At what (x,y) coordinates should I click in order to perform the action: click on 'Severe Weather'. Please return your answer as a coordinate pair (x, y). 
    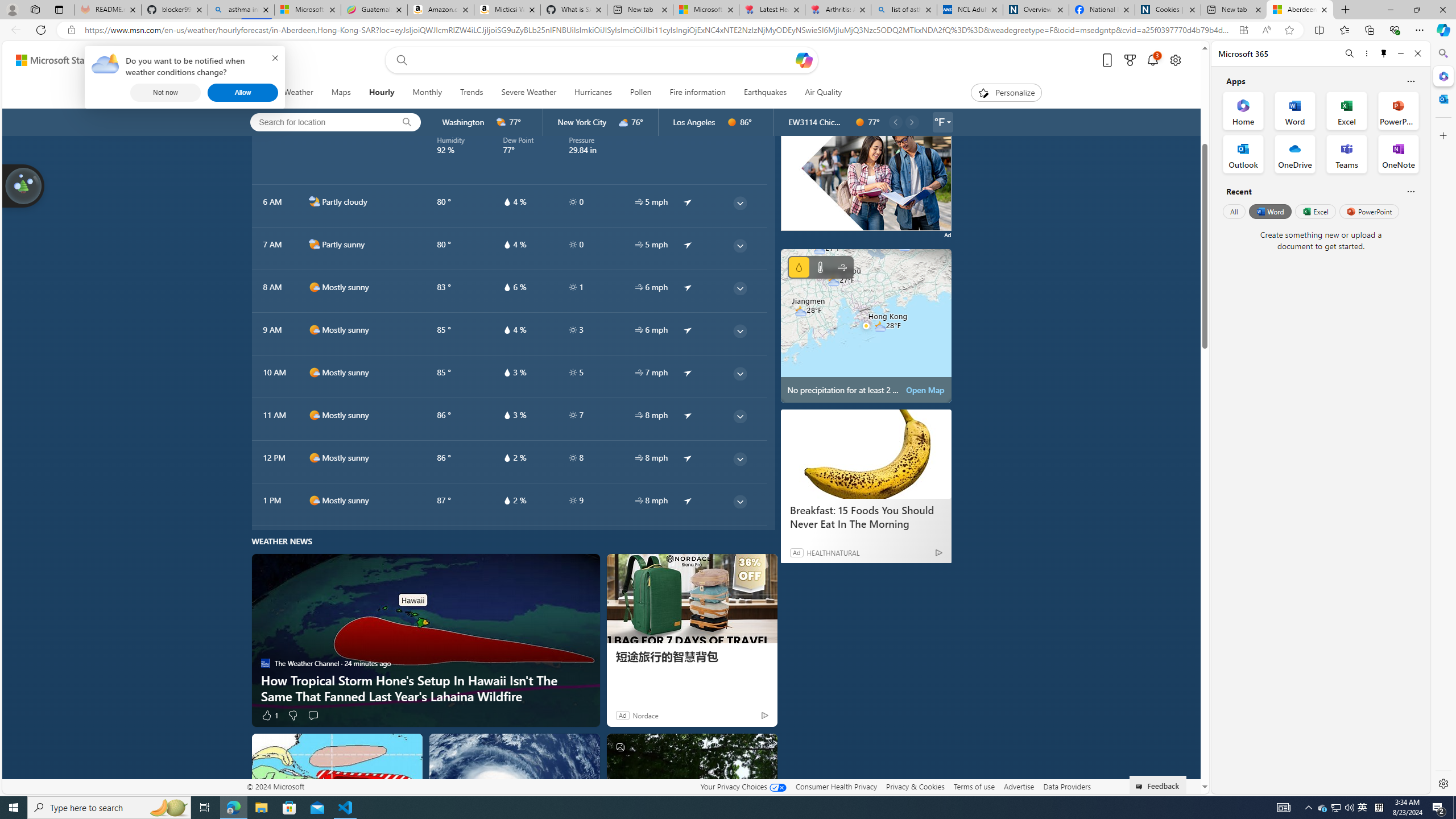
    Looking at the image, I should click on (528, 92).